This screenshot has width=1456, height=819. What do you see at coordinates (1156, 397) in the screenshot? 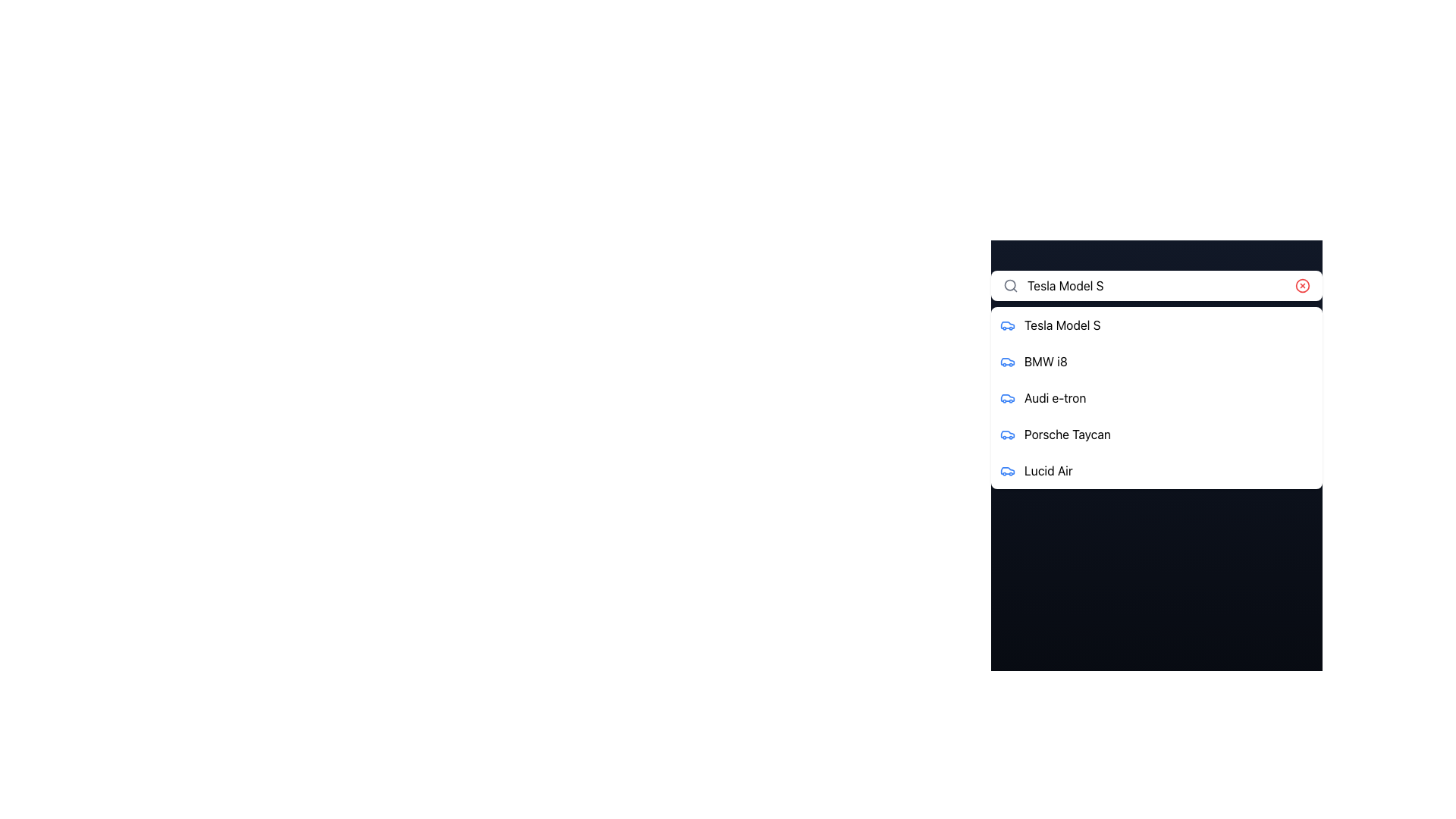
I see `the third item in the dropdown list, which is located between 'BMW i8' and 'Porsche Taycan'` at bounding box center [1156, 397].